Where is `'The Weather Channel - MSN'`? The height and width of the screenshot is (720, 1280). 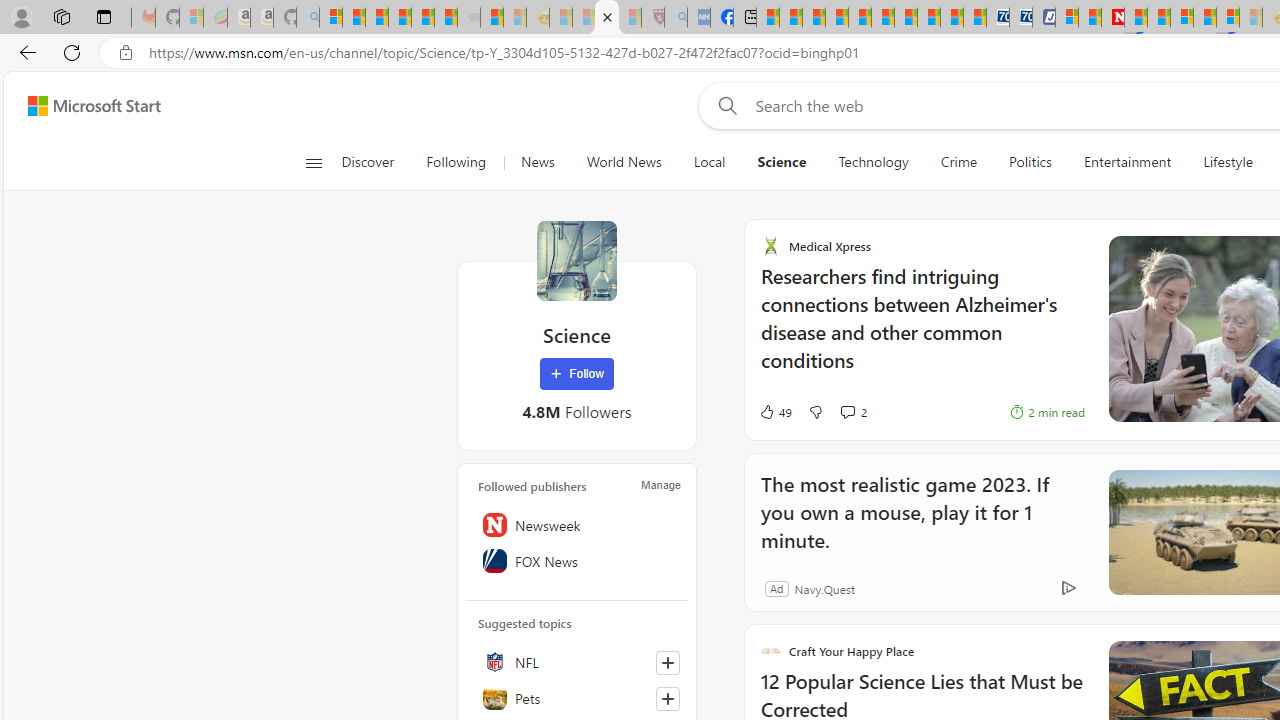 'The Weather Channel - MSN' is located at coordinates (376, 17).